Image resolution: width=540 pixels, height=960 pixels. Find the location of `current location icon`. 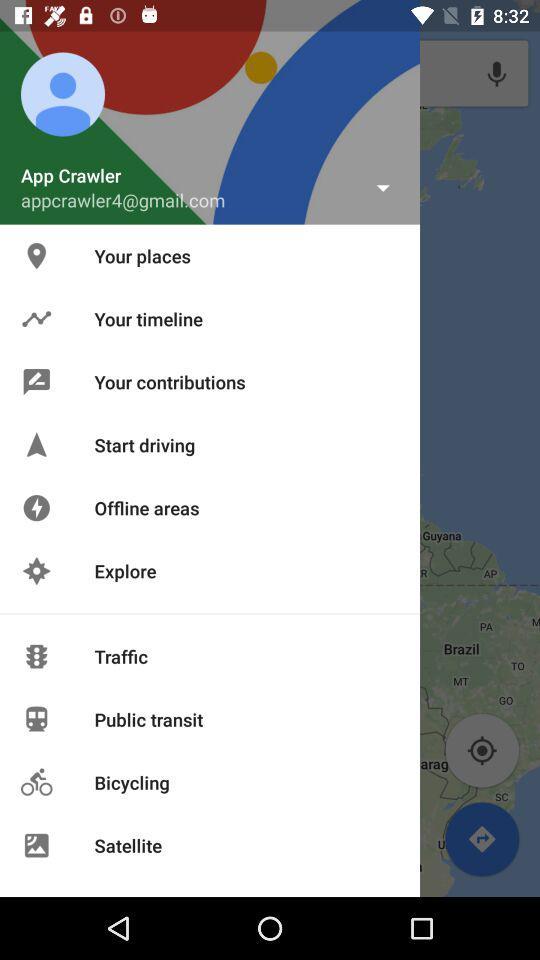

current location icon is located at coordinates (481, 750).